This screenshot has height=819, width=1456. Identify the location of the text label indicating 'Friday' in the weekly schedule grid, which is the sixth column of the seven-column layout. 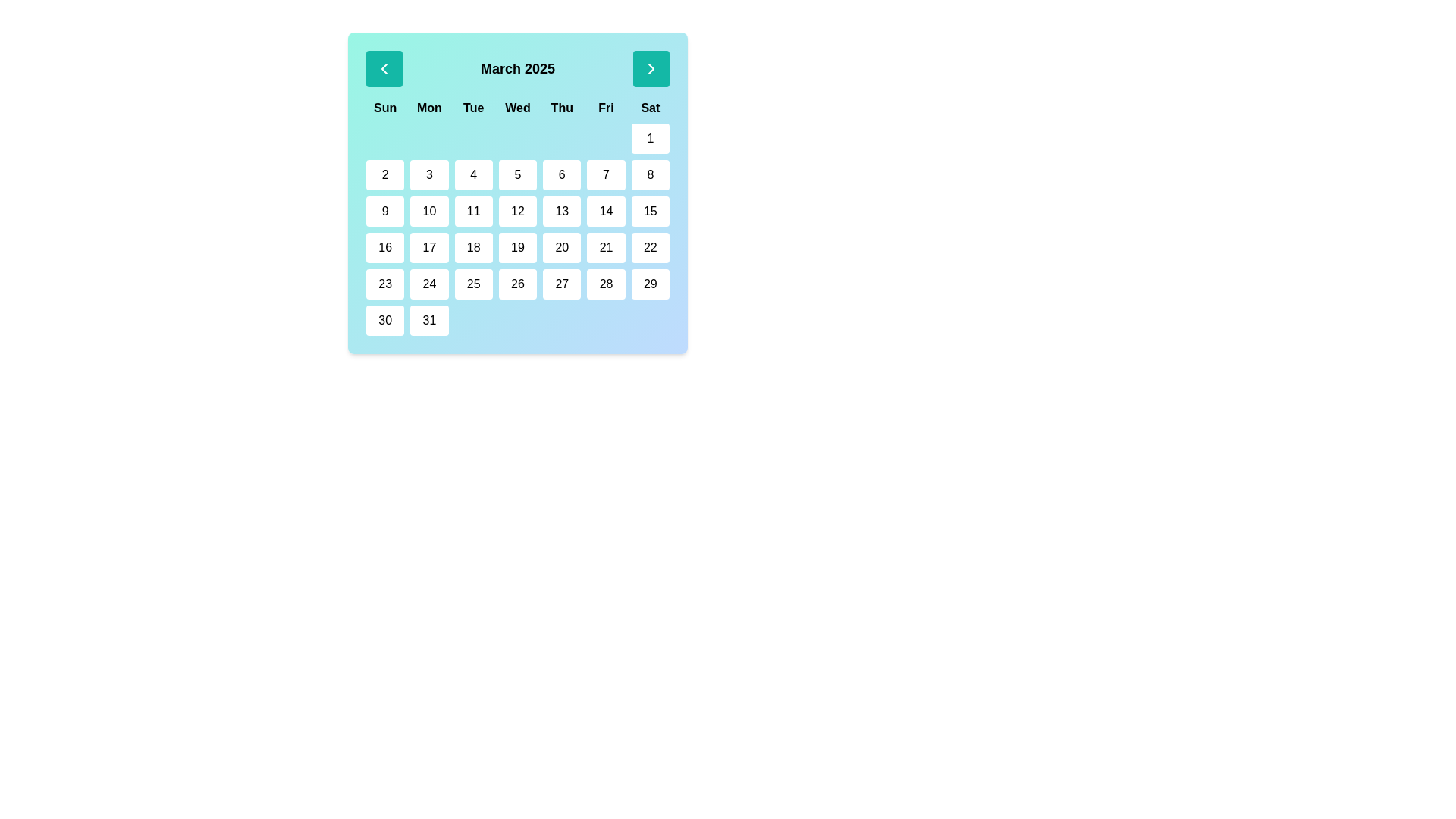
(605, 107).